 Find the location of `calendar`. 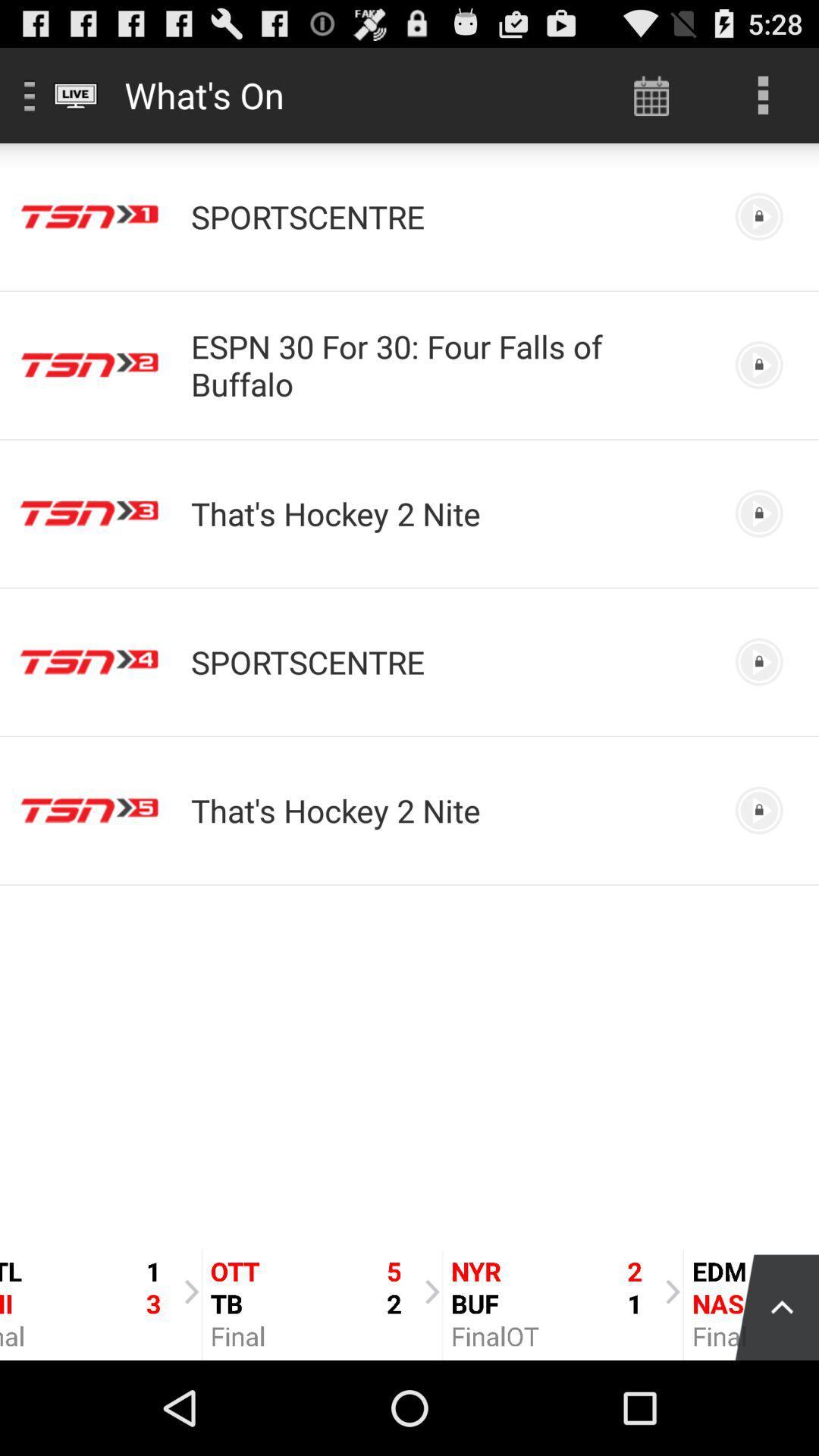

calendar is located at coordinates (651, 94).